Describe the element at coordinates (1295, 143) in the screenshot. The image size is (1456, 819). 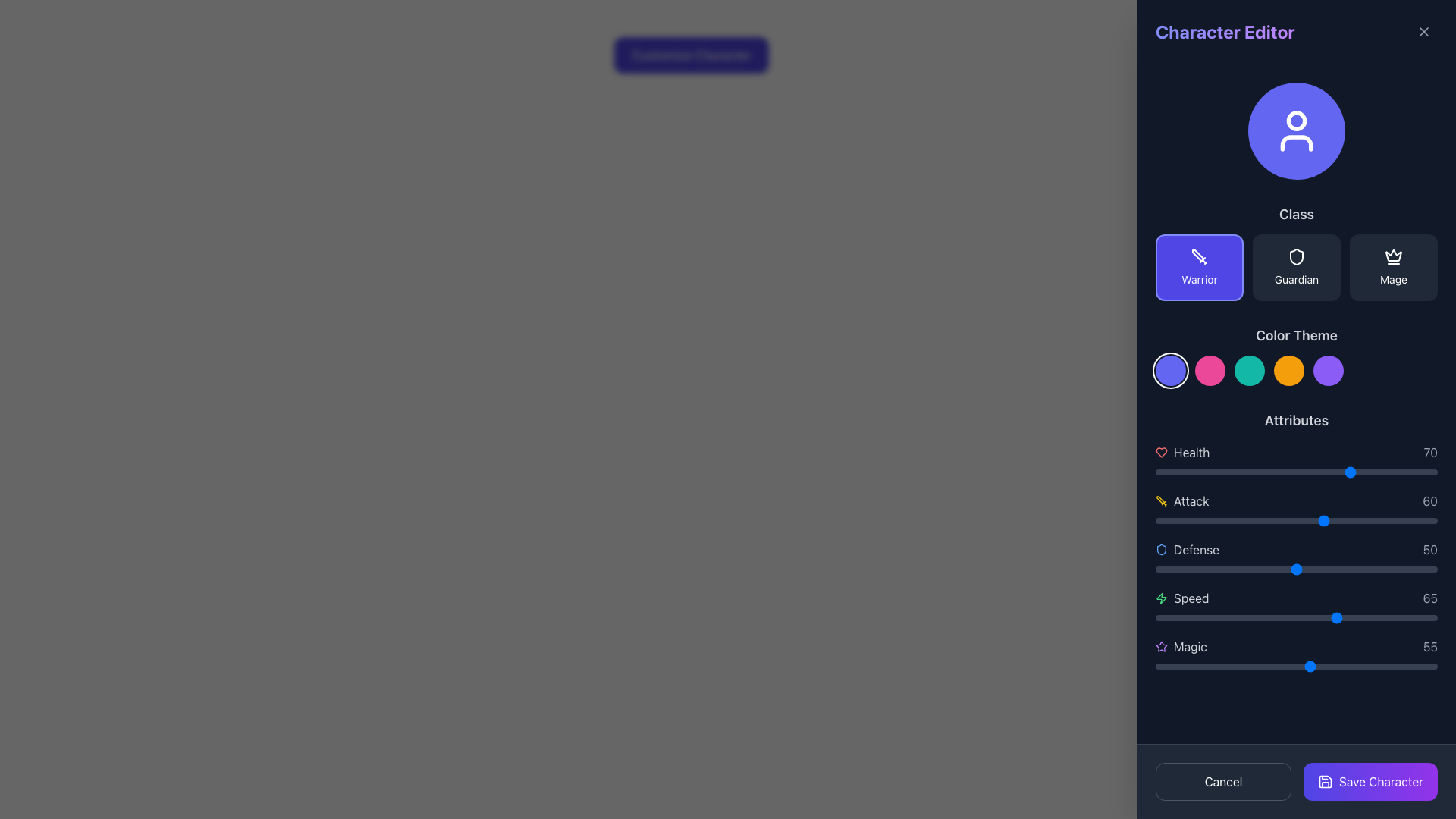
I see `the lower portion of the user icon, which is a decorative graphical element shaped like a horizontal arc or crescent, representing the shoulders or torso of a stylized user figure` at that location.